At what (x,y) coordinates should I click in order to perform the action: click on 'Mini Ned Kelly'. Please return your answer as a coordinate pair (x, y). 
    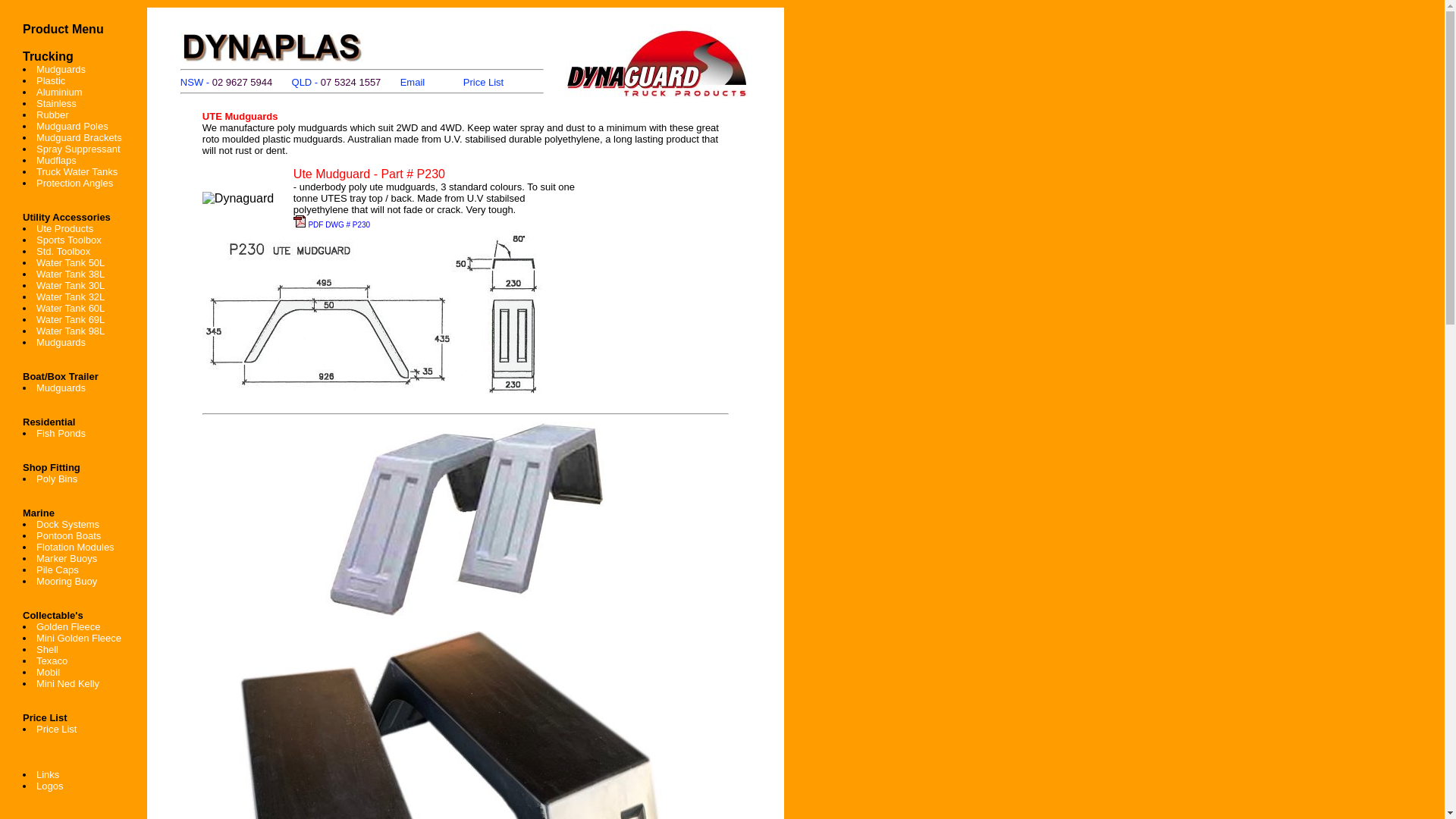
    Looking at the image, I should click on (67, 683).